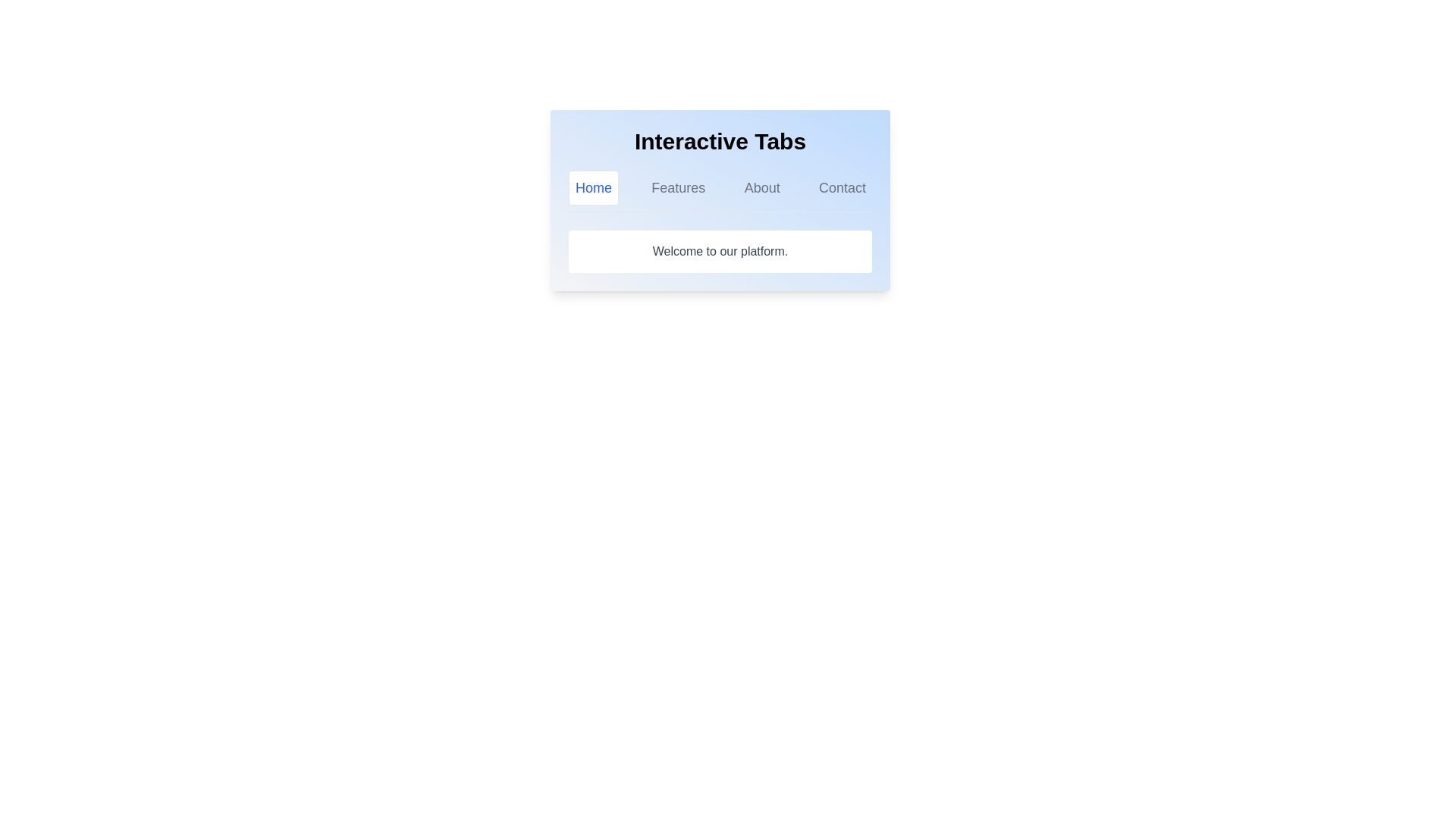 The width and height of the screenshot is (1456, 819). Describe the element at coordinates (720, 250) in the screenshot. I see `the text 'Welcome to our platform.' to select it` at that location.